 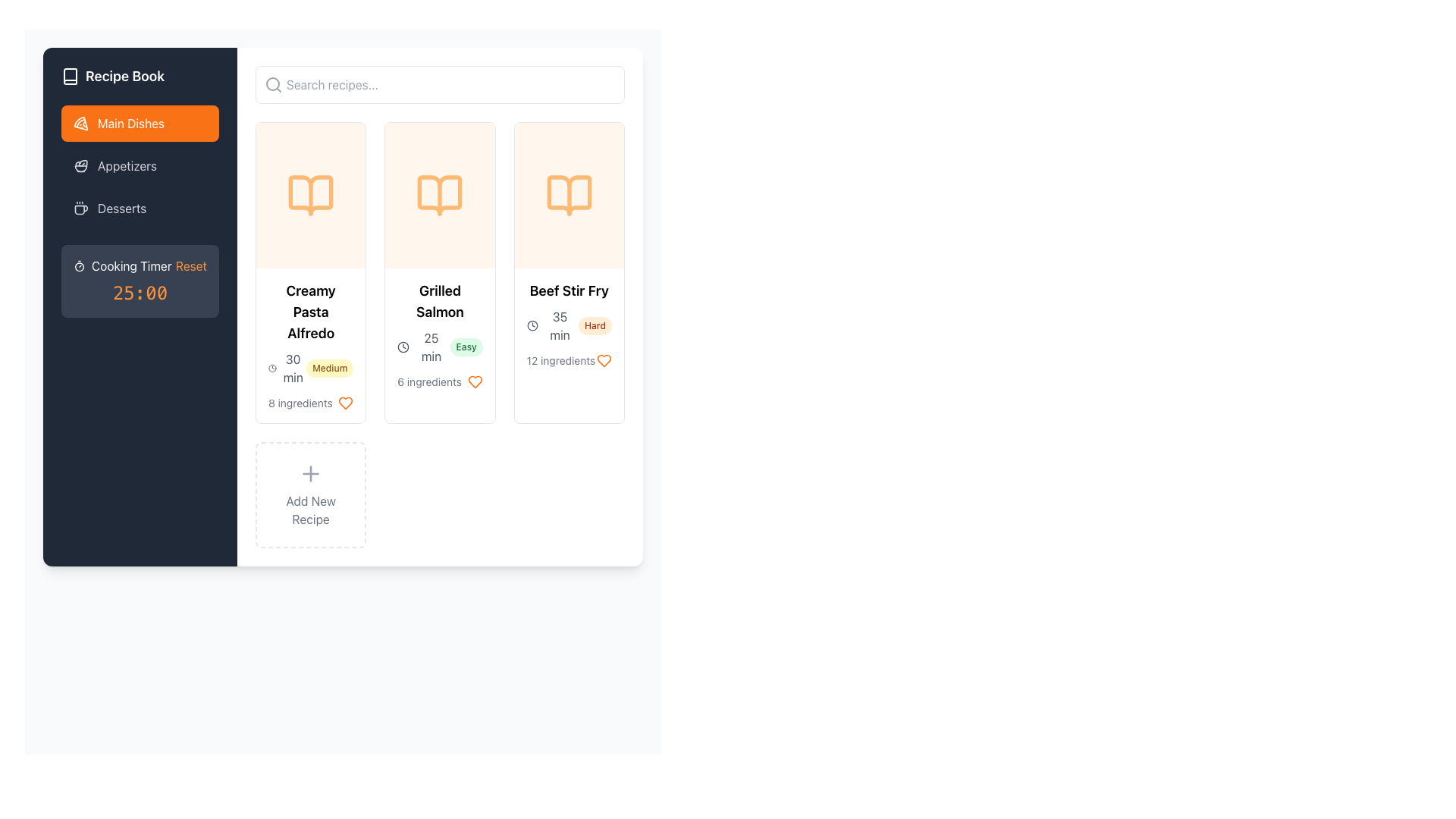 I want to click on estimated preparation or cooking time displayed in the text element located at the top-left corner of the 'Beef Stir Fry' recipe card, which is the first element in the row with the difficulty indicator 'Hard', so click(x=551, y=325).